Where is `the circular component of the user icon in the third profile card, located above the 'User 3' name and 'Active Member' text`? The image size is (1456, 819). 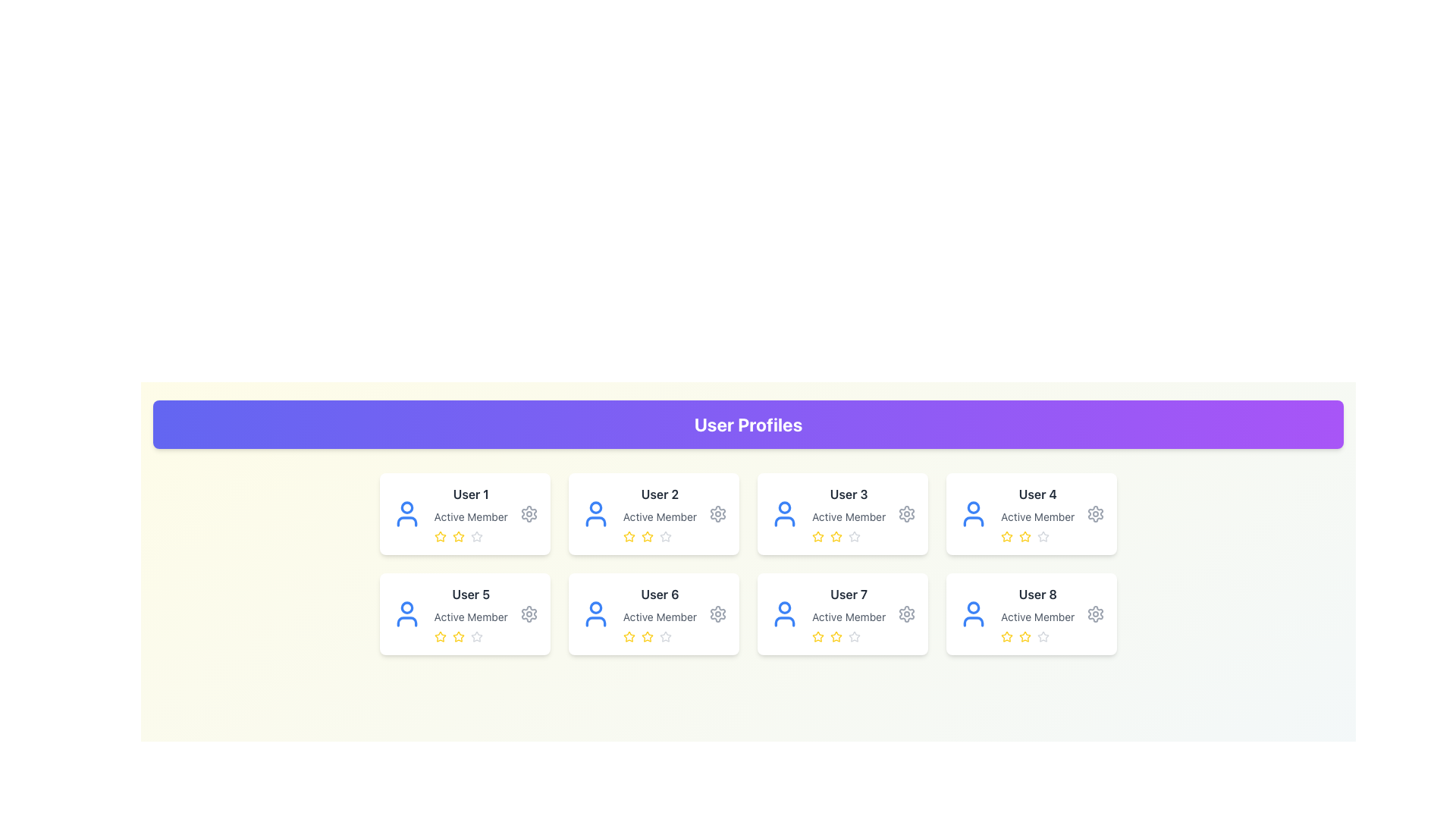
the circular component of the user icon in the third profile card, located above the 'User 3' name and 'Active Member' text is located at coordinates (785, 507).